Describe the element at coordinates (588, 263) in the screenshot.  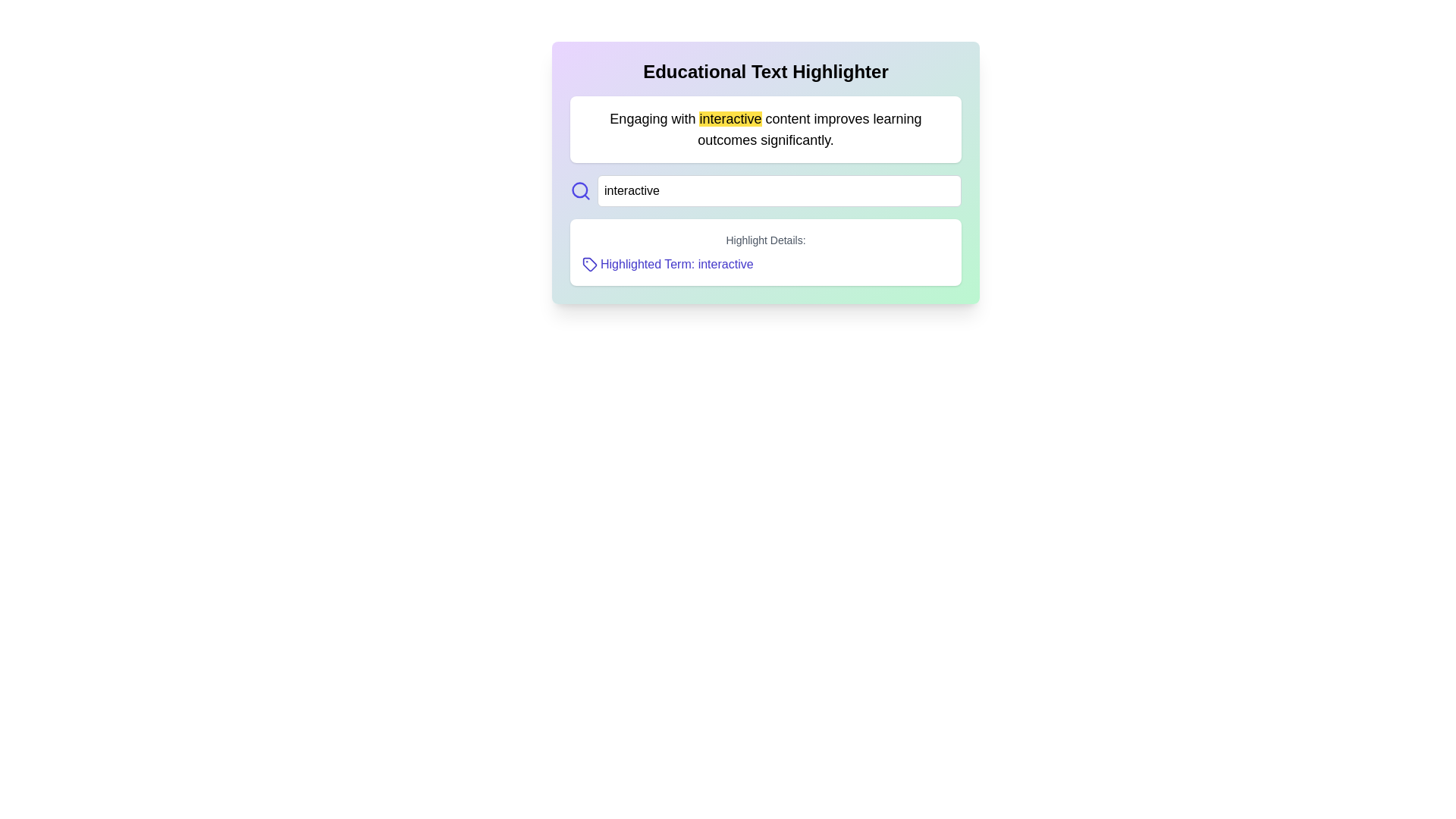
I see `the tagging or highlighting icon located in the 'Highlight Details' section, which is directly to the left of the text 'Highlighted Term: interactive'` at that location.